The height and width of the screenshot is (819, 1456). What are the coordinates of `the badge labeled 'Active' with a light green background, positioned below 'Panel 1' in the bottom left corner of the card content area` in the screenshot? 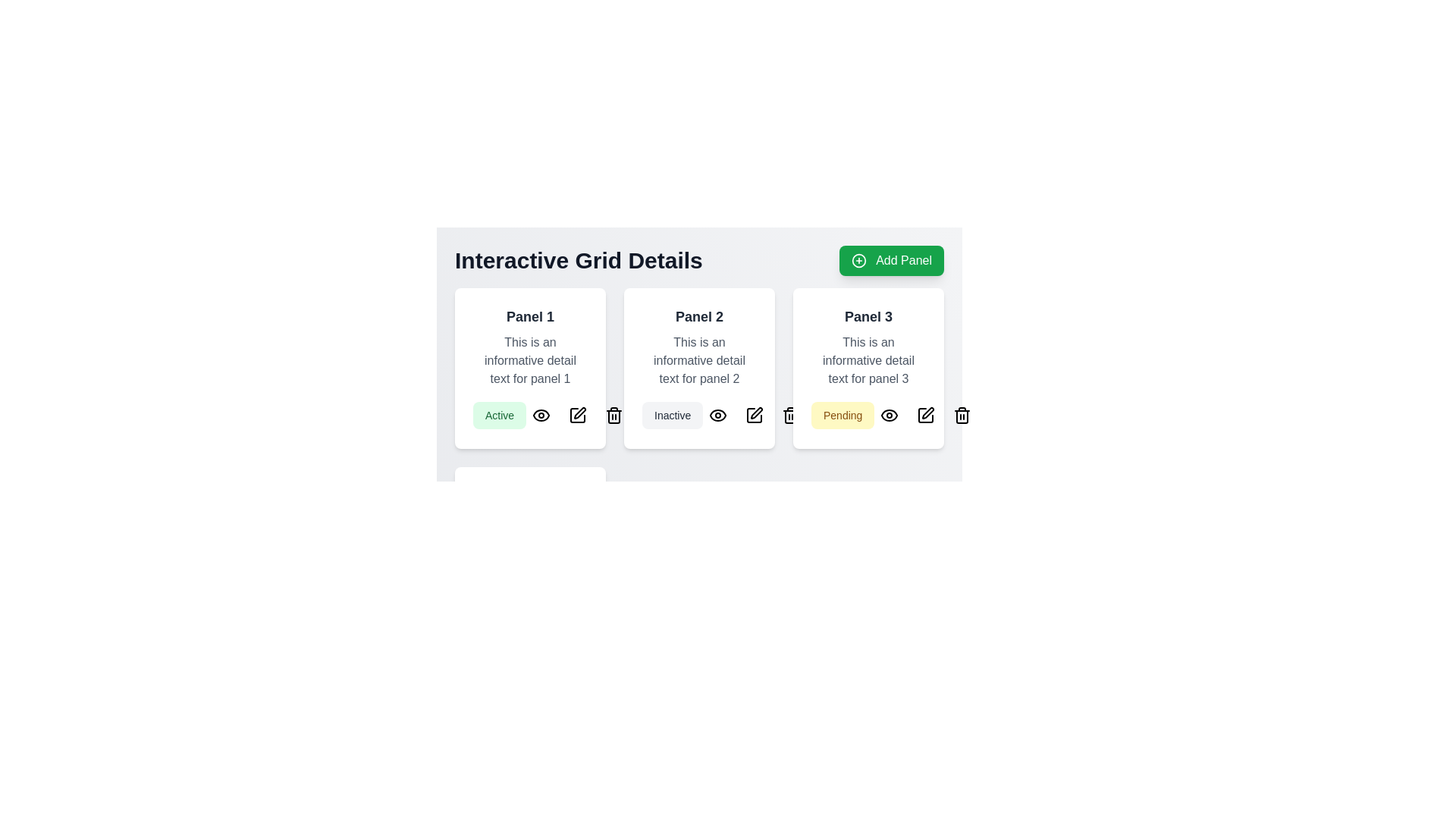 It's located at (500, 415).